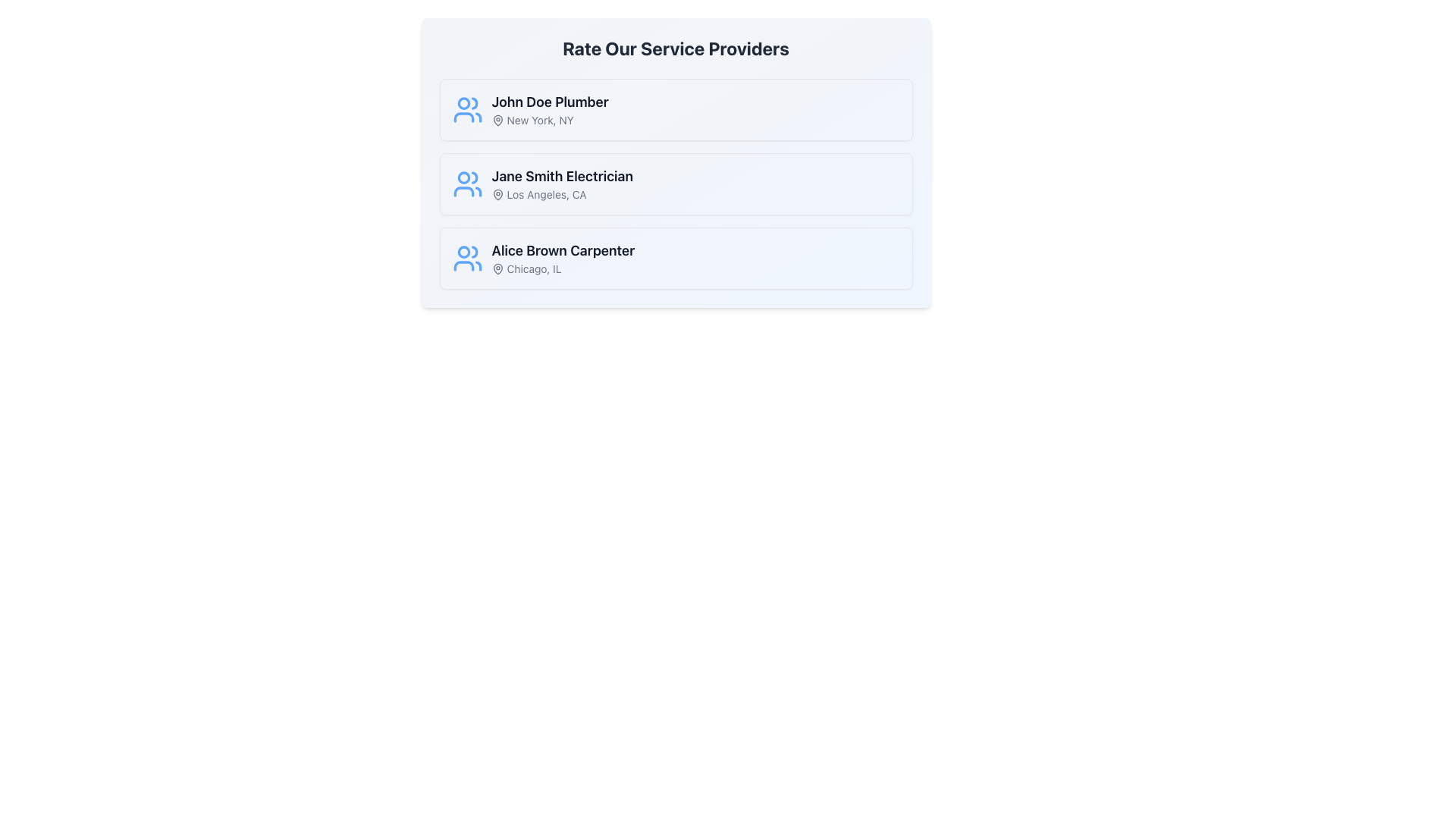 This screenshot has height=819, width=1456. What do you see at coordinates (466, 109) in the screenshot?
I see `the user icon depicting two blue-colored users, which is positioned to the left of the name and location details of 'John Doe Plumber' in the 'Rate Our Service Providers' list` at bounding box center [466, 109].